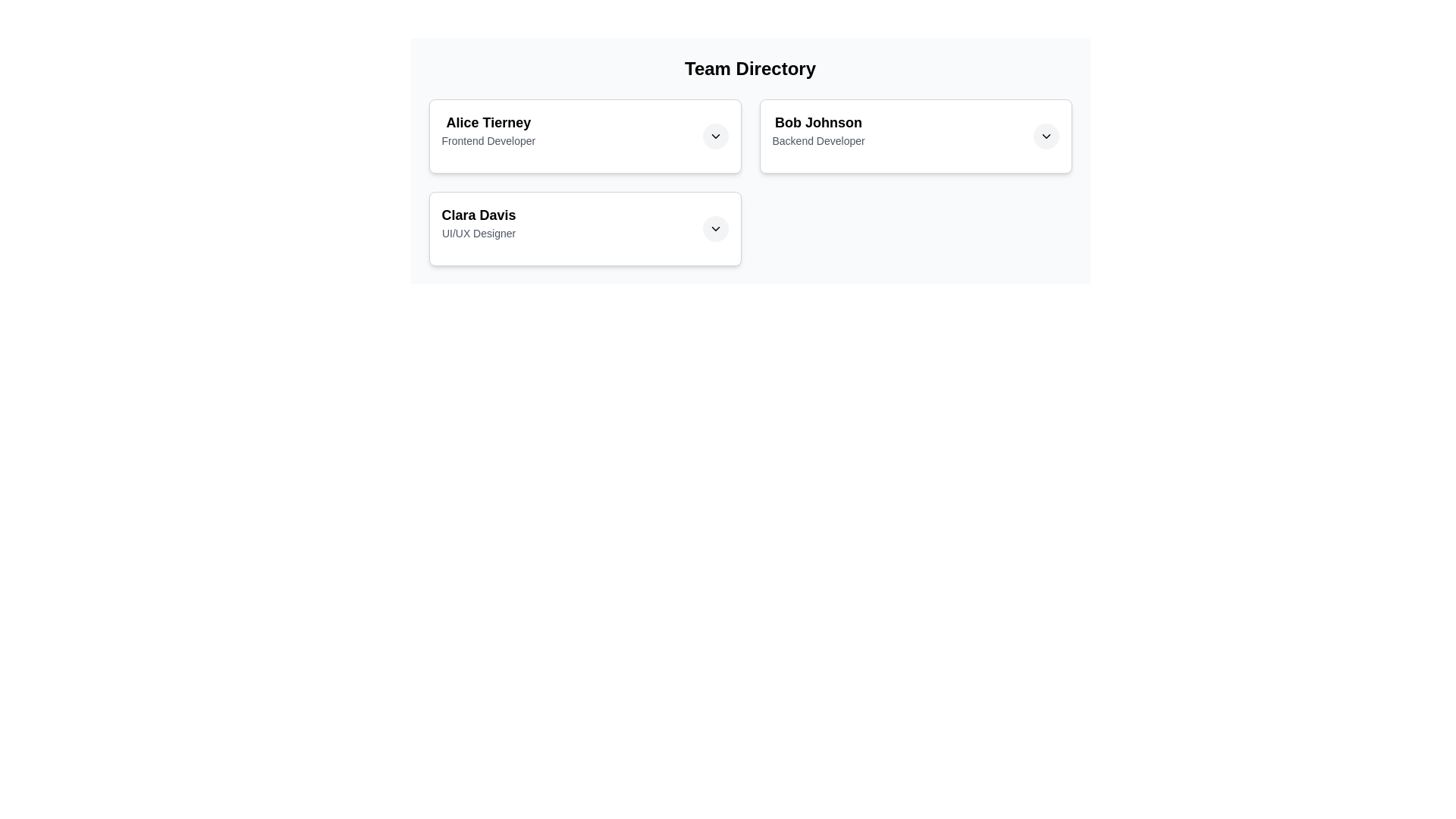 This screenshot has width=1456, height=819. What do you see at coordinates (817, 140) in the screenshot?
I see `the text label displaying 'Backend Developer' which is located below the name 'Bob Johnson' in the right-hand card of the 'Team Directory'` at bounding box center [817, 140].